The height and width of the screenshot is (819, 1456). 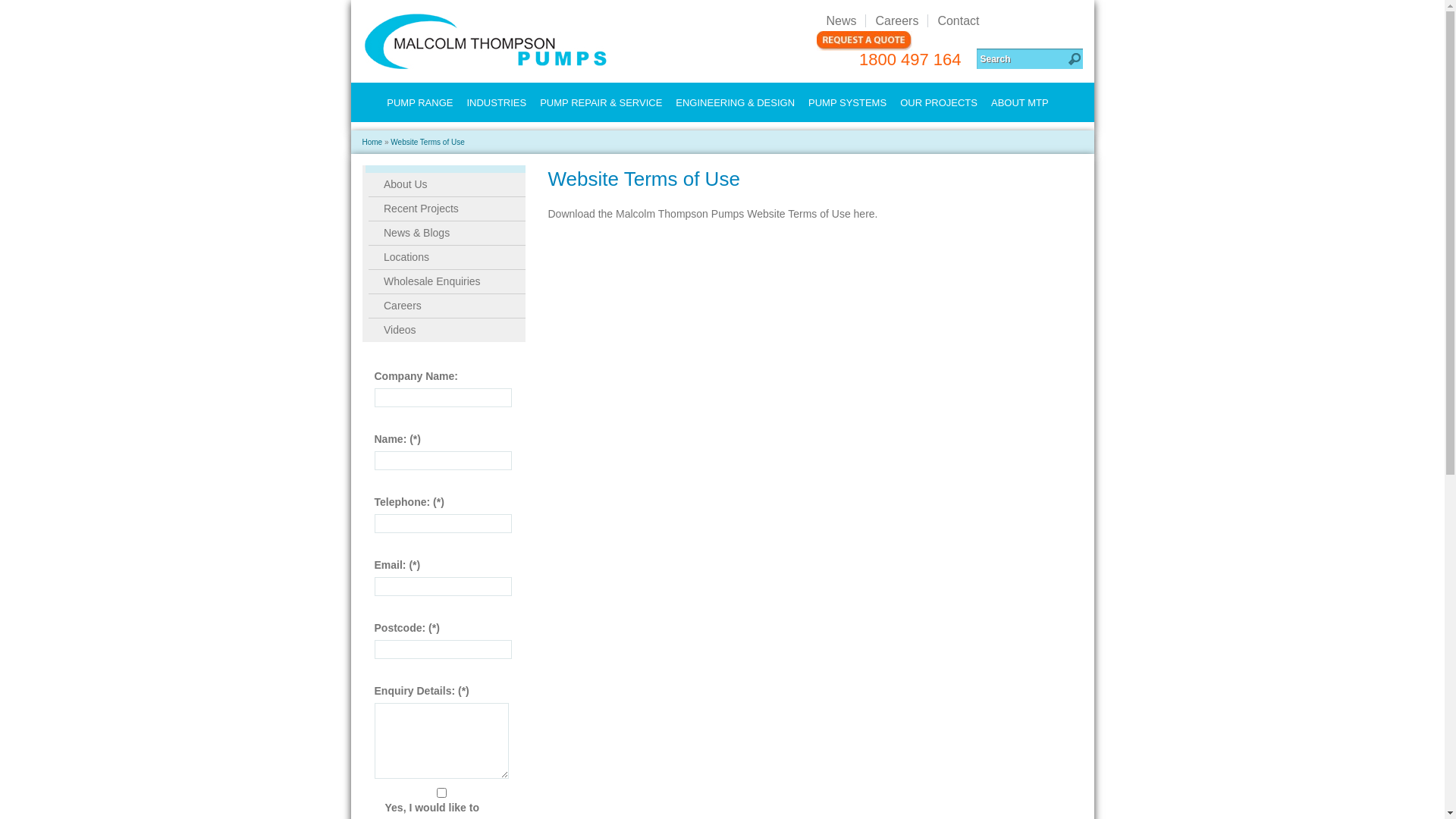 I want to click on 'Home', so click(x=372, y=142).